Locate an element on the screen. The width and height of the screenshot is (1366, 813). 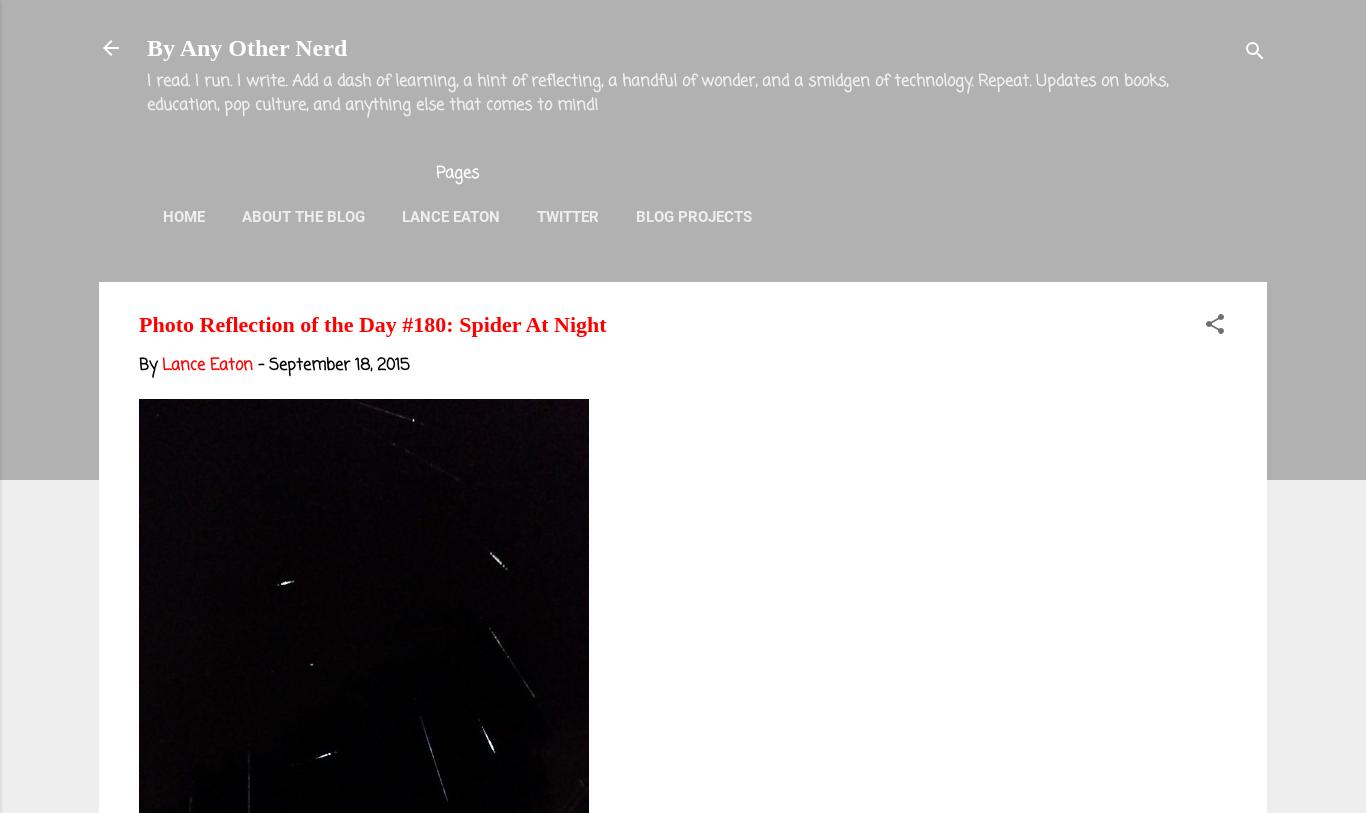
'I read. I run. I write. Add a dash of learning, a hint of reflecting, a handful of wonder, and a smidgen of technology. Repeat. 
Updates on books, education, pop culture, and anything else that comes to mind!' is located at coordinates (145, 92).